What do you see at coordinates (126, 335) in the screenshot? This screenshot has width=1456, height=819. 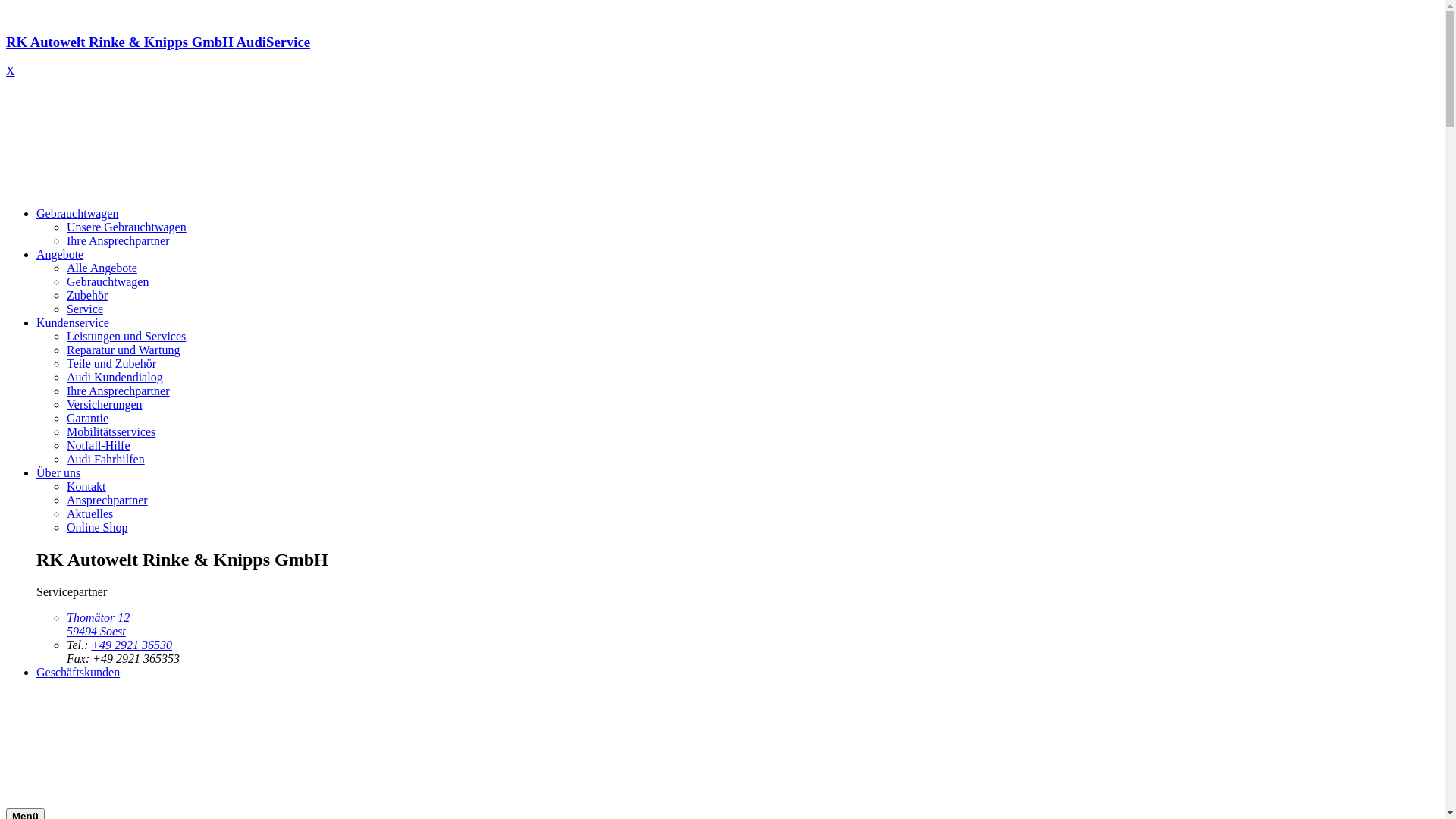 I see `'Leistungen und Services'` at bounding box center [126, 335].